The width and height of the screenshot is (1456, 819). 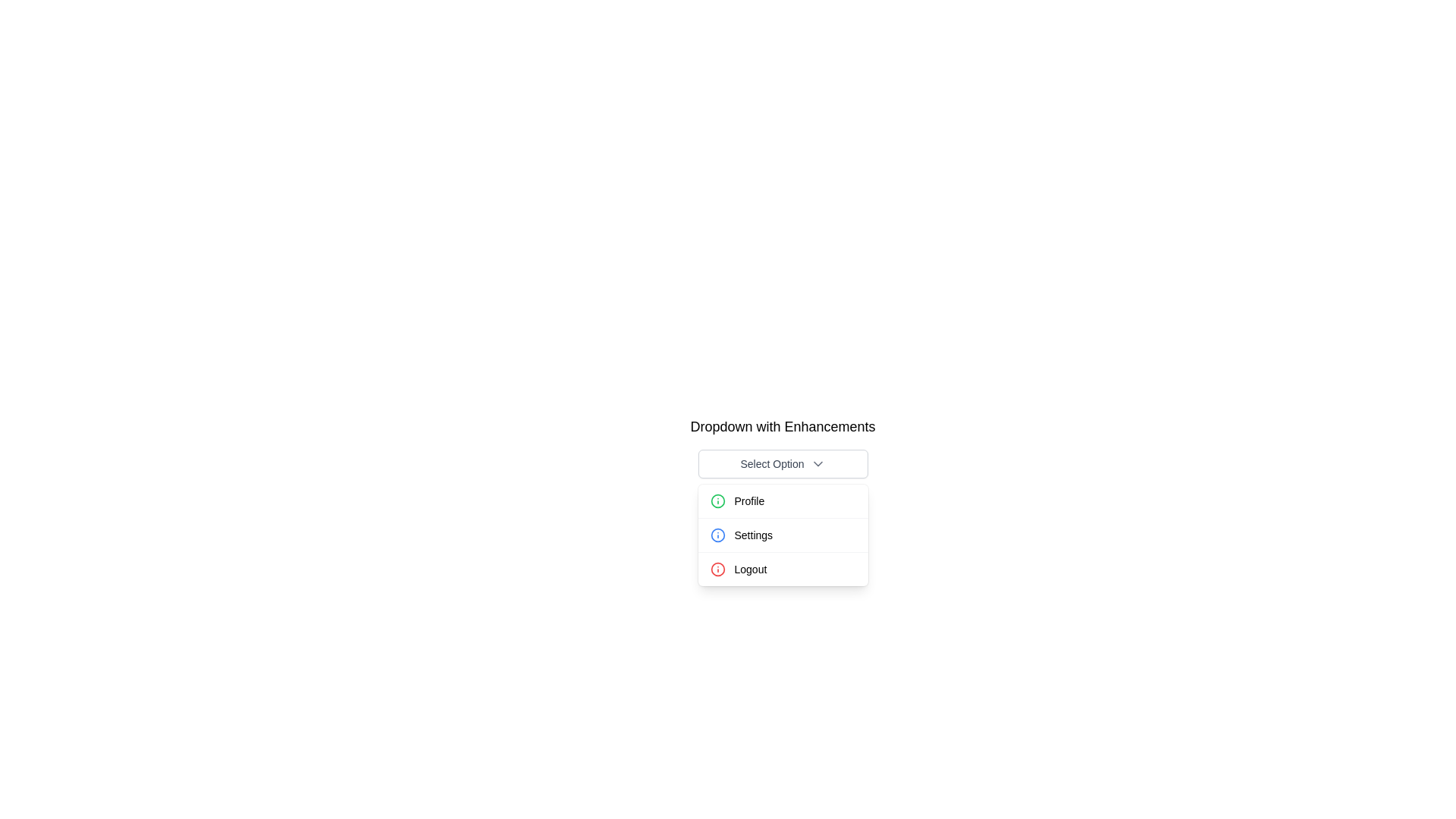 What do you see at coordinates (817, 463) in the screenshot?
I see `the downward-facing gray chevron icon located at the right side of the 'Select Option' button` at bounding box center [817, 463].